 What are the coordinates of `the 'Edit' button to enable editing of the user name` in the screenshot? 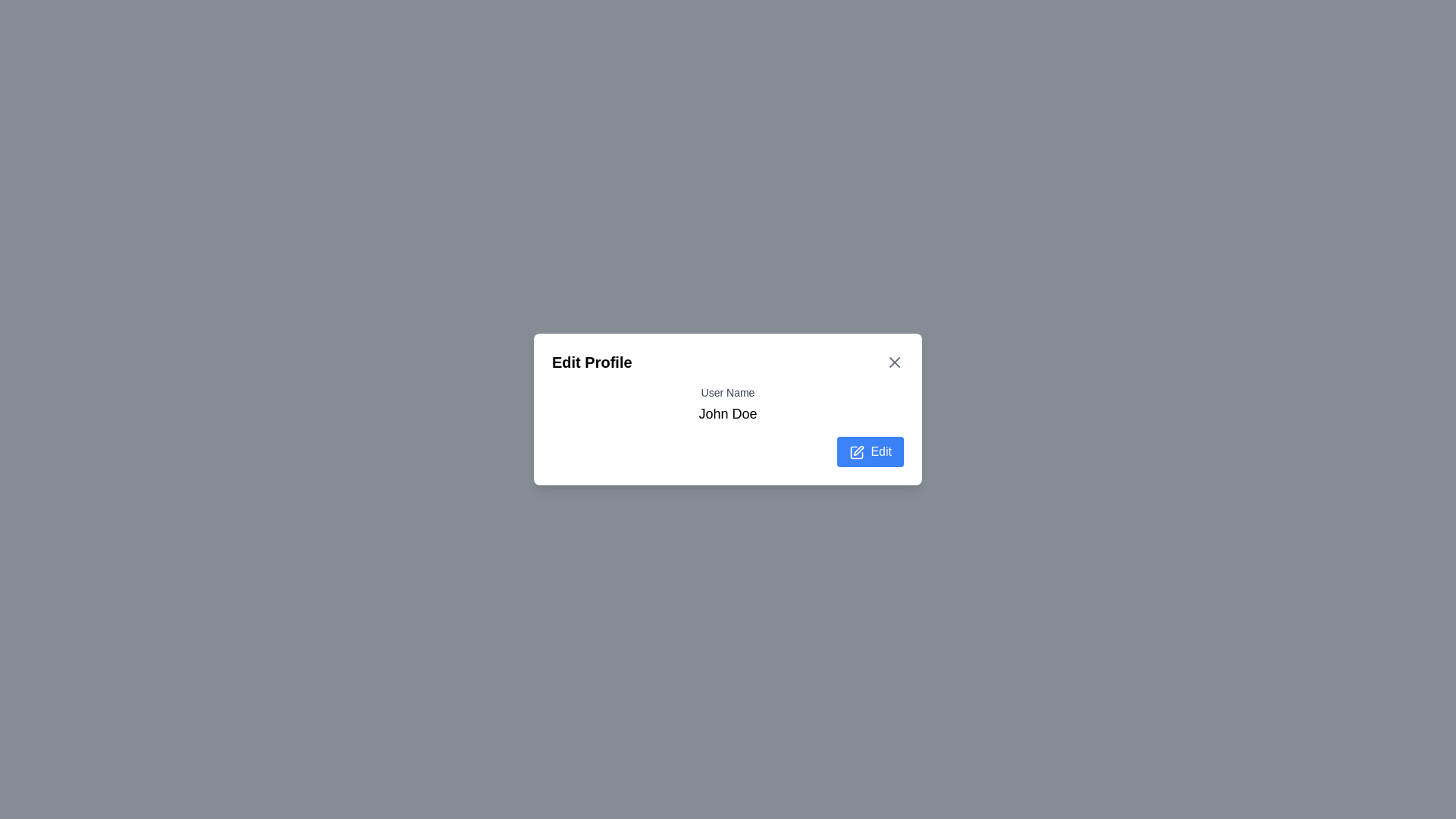 It's located at (870, 451).